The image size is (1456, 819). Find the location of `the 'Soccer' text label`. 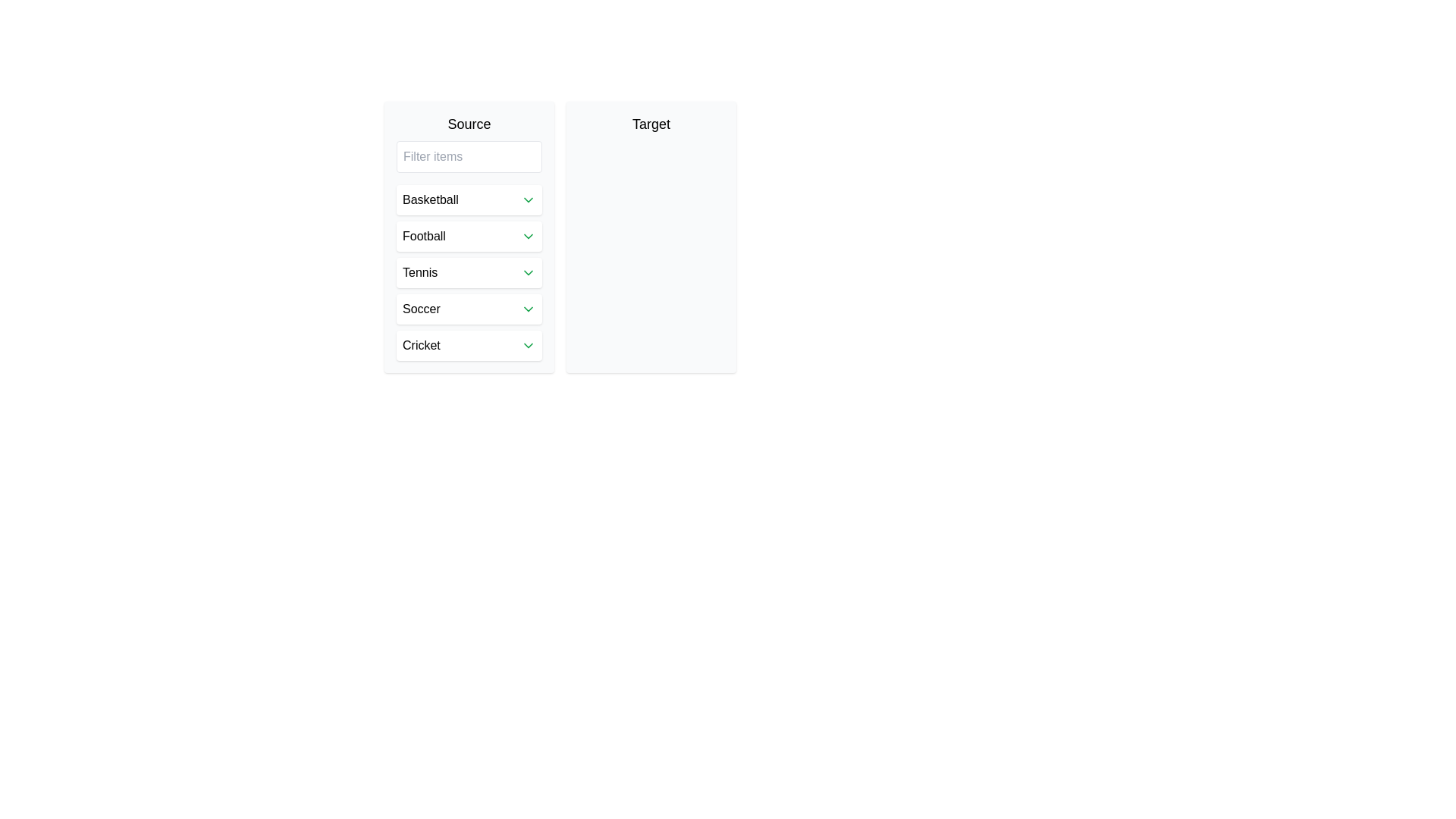

the 'Soccer' text label is located at coordinates (421, 309).